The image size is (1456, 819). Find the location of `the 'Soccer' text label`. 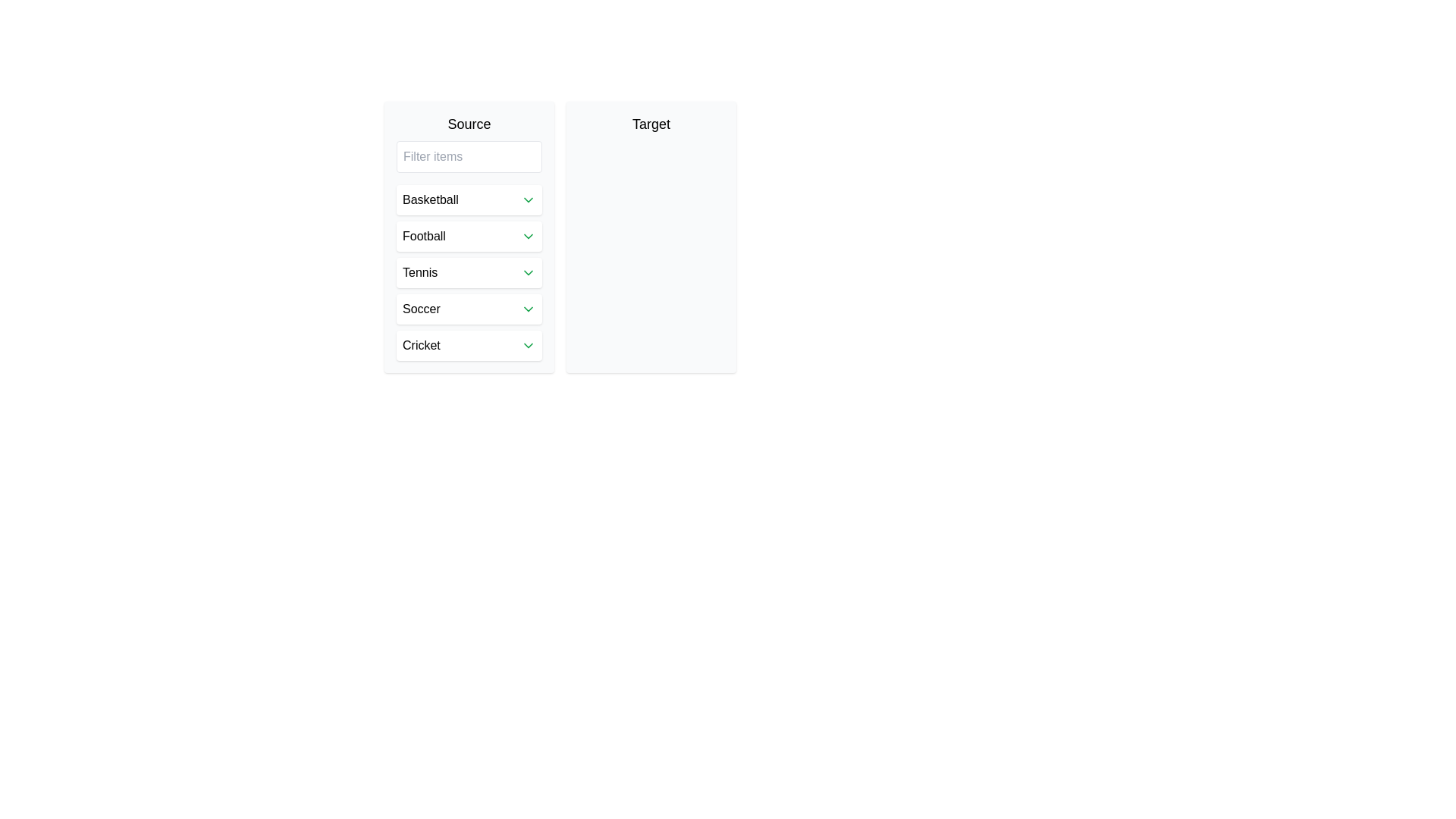

the 'Soccer' text label is located at coordinates (421, 309).